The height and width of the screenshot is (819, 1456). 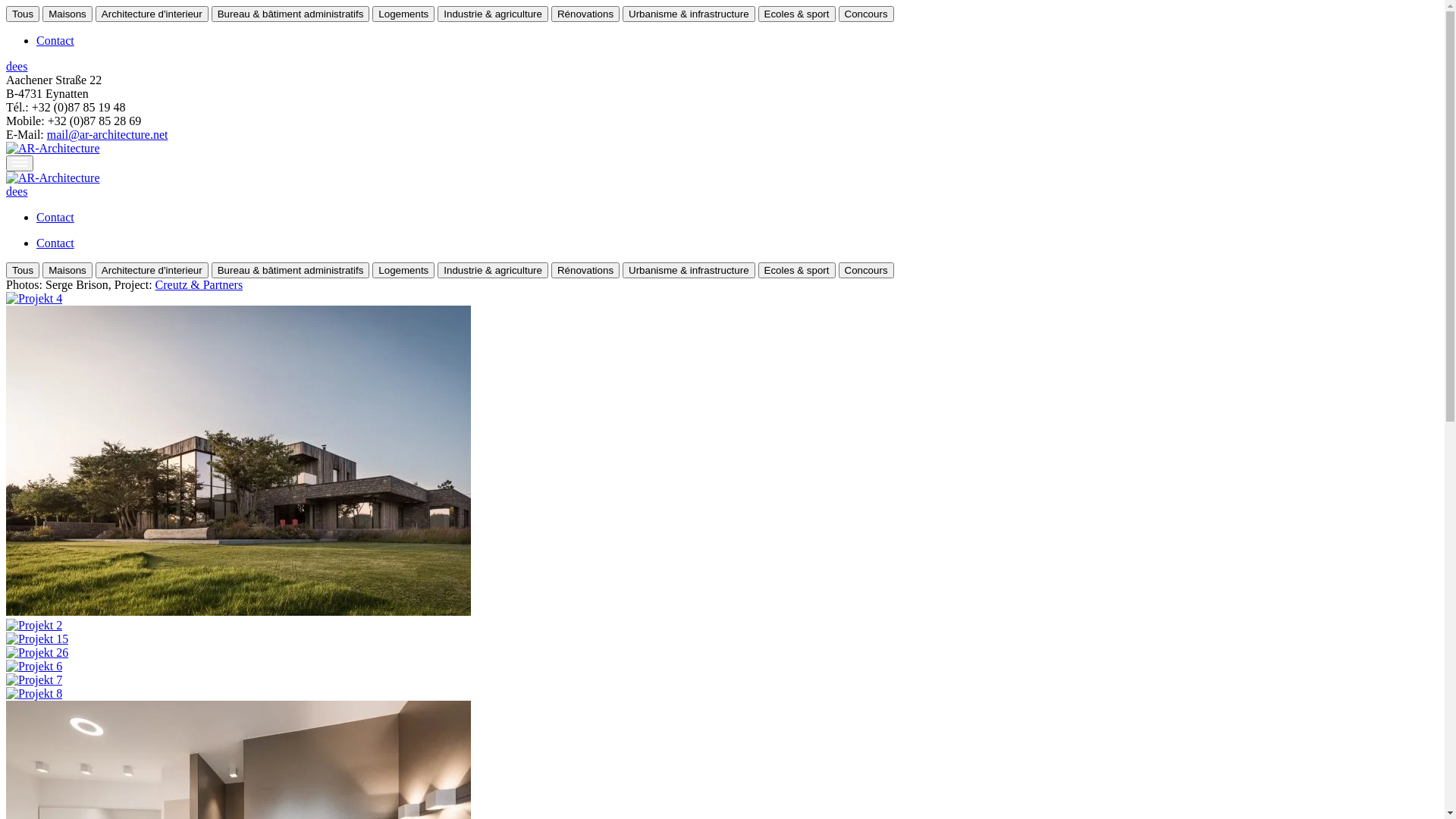 What do you see at coordinates (866, 14) in the screenshot?
I see `'Concours'` at bounding box center [866, 14].